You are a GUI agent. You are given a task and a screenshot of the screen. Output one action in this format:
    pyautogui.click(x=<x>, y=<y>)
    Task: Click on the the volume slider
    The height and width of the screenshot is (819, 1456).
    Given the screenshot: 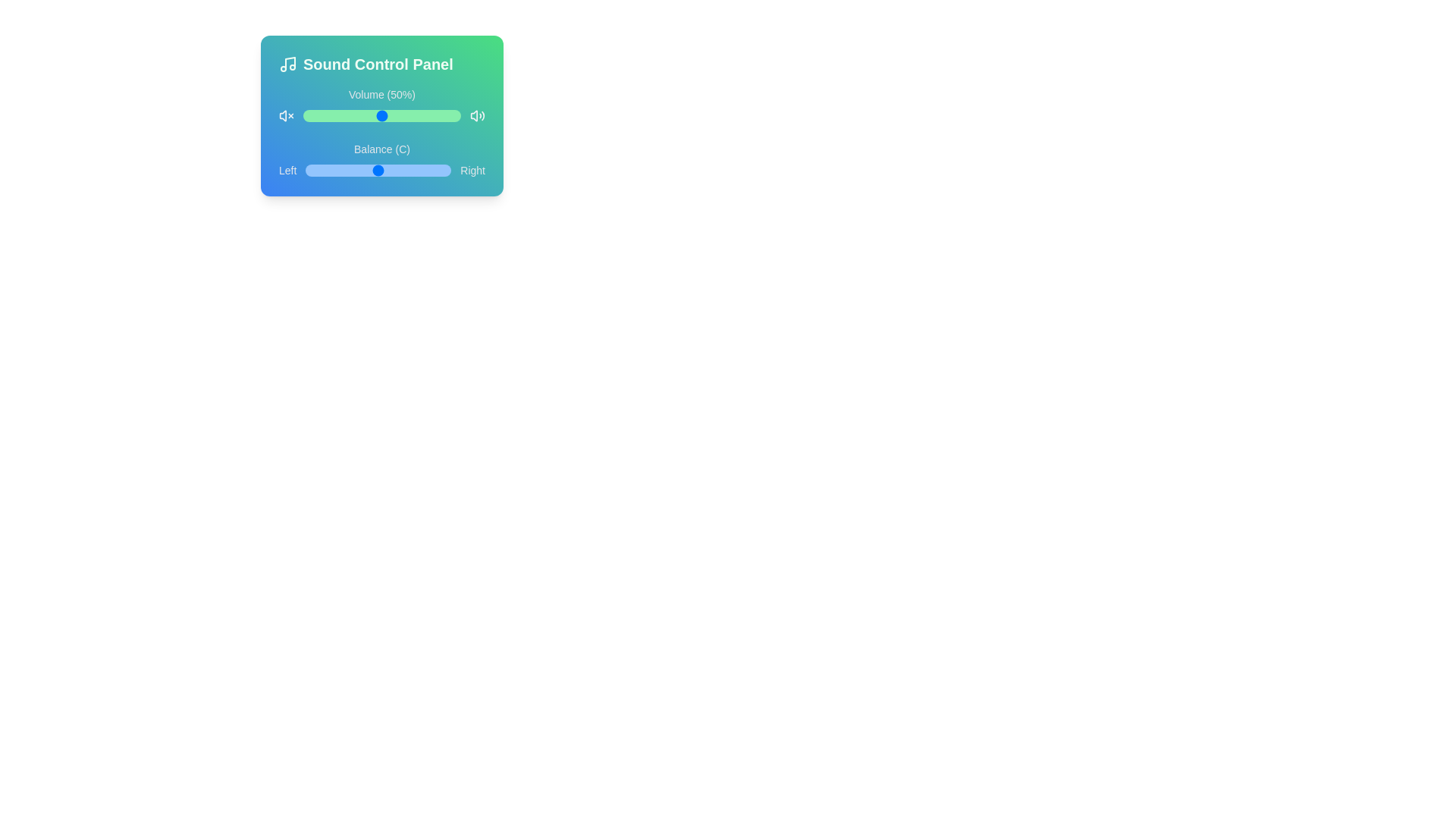 What is the action you would take?
    pyautogui.click(x=428, y=115)
    